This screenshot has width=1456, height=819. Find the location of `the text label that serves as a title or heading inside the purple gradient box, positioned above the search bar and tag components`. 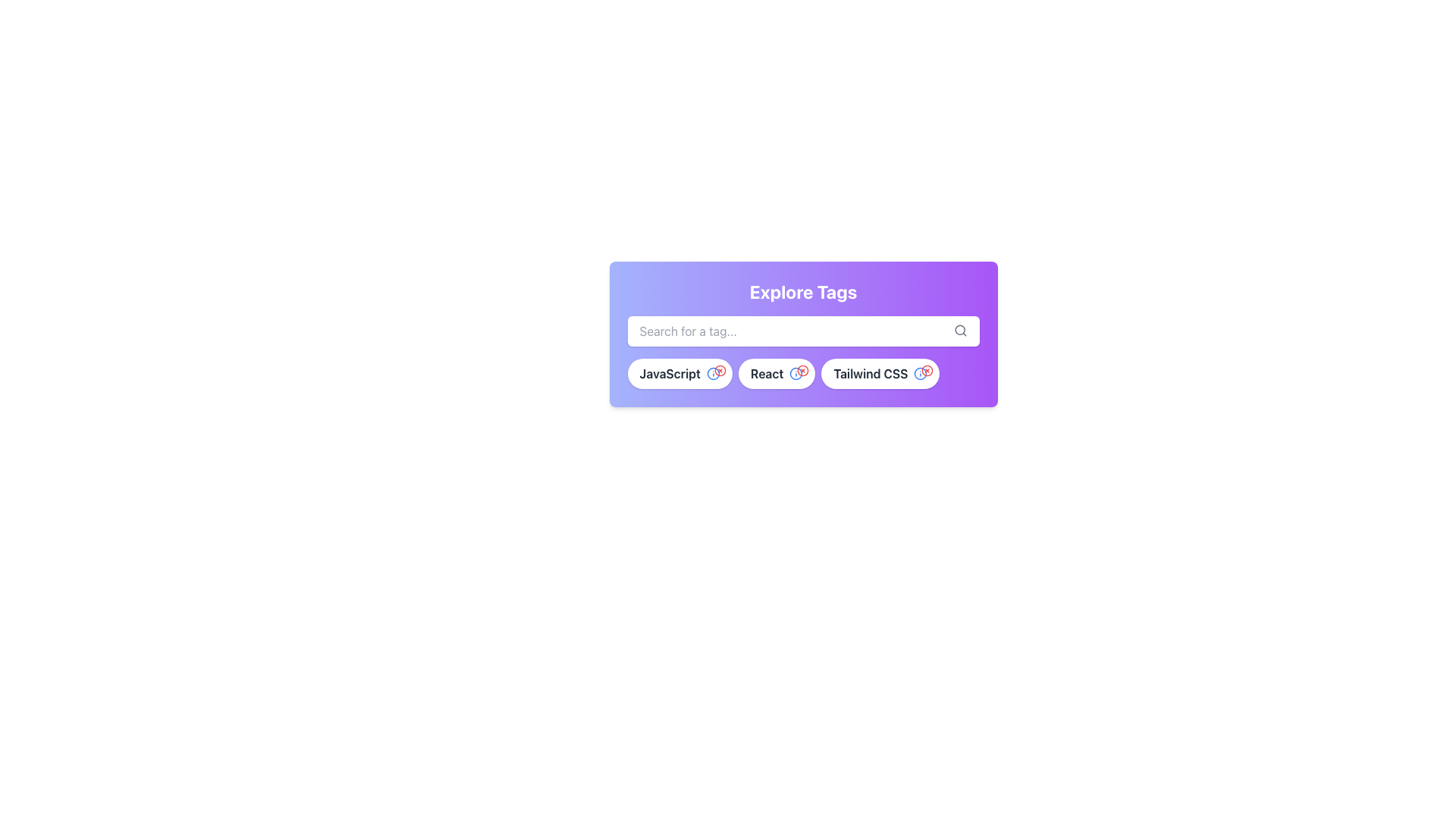

the text label that serves as a title or heading inside the purple gradient box, positioned above the search bar and tag components is located at coordinates (802, 292).